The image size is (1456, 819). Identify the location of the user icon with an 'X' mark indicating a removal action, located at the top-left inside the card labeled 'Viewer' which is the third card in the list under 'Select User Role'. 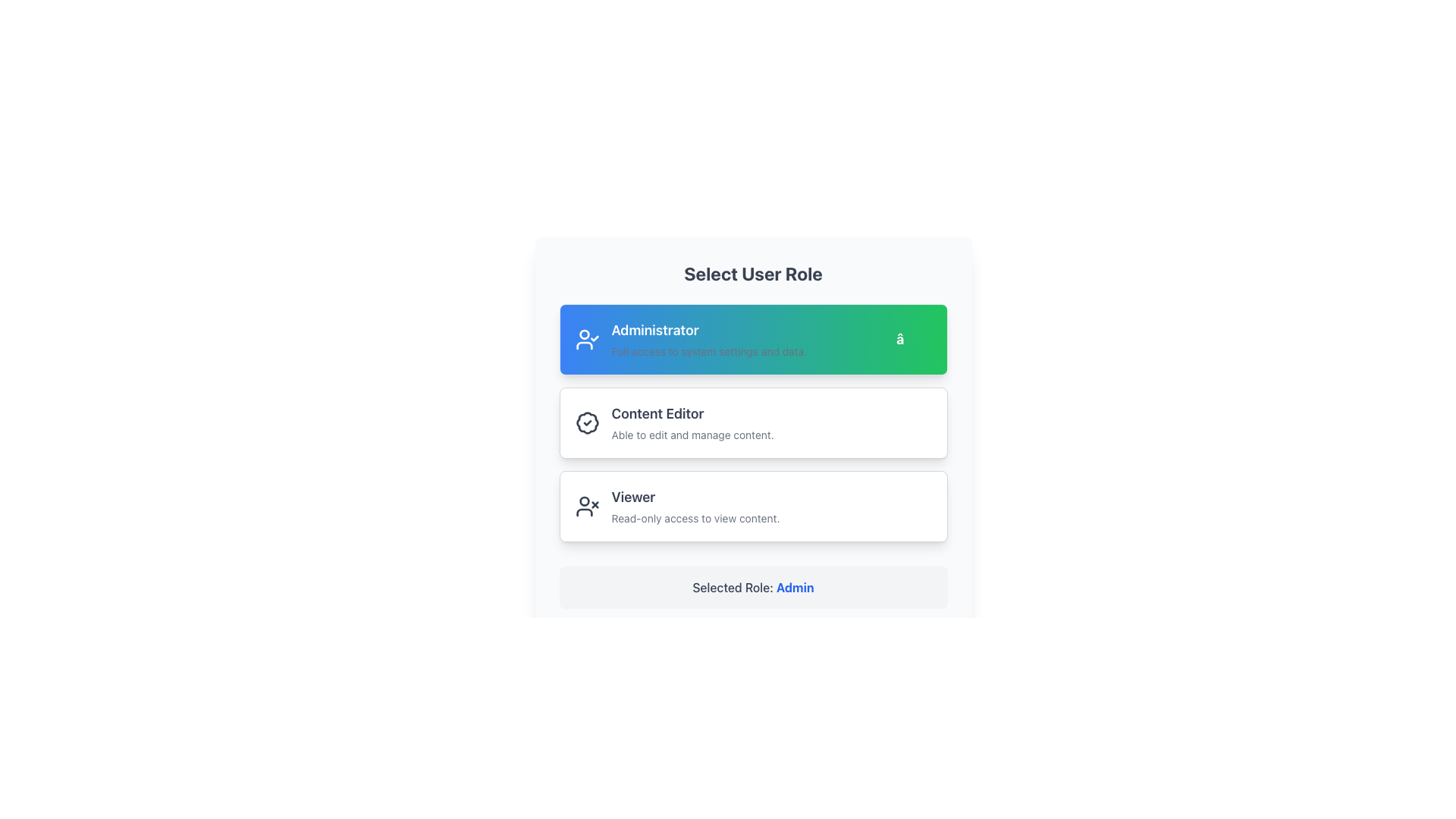
(586, 506).